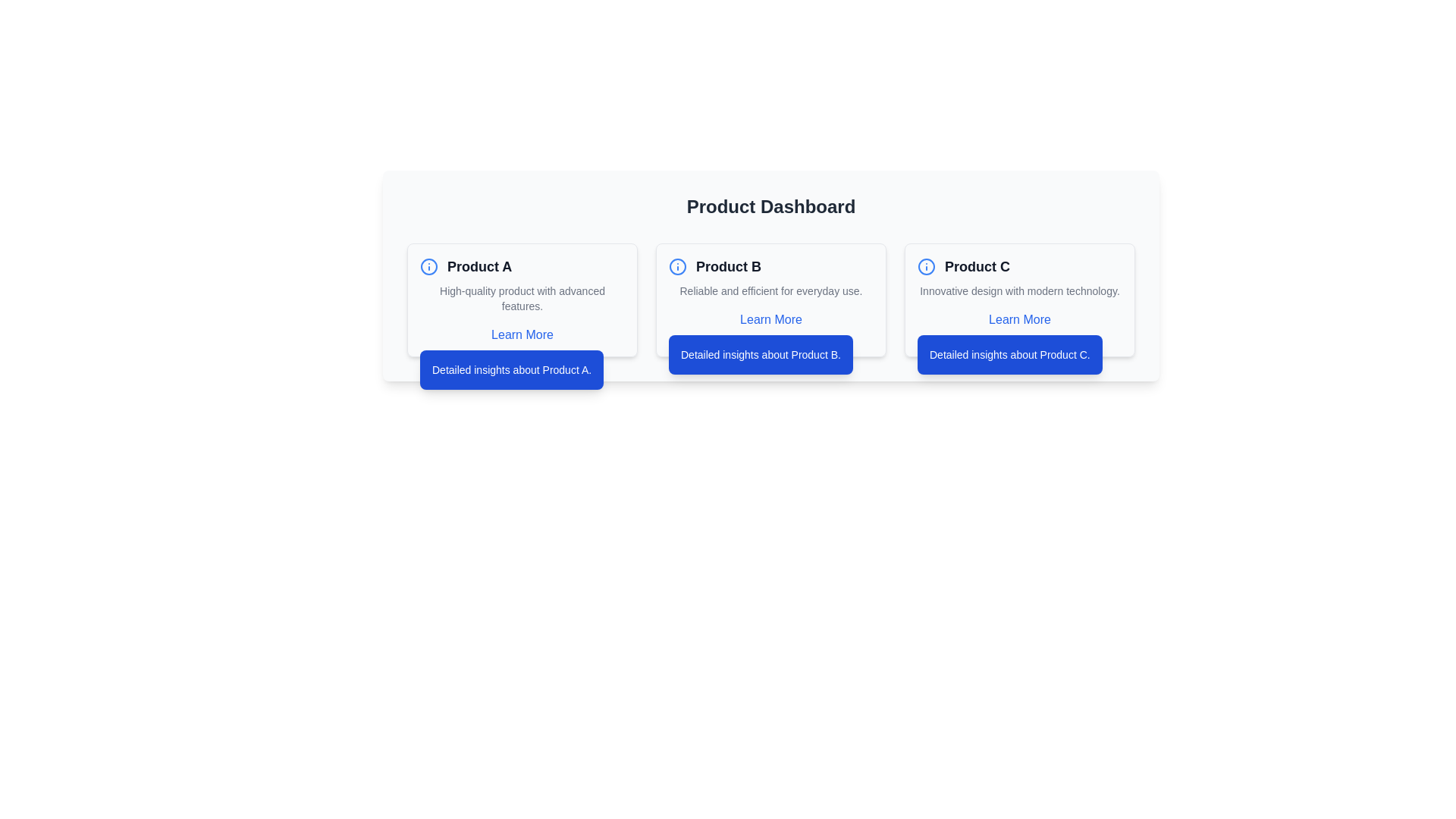 This screenshot has height=819, width=1456. What do you see at coordinates (728, 265) in the screenshot?
I see `text label displaying 'Product B' which is in bold, large font, located in the center card of a horizontally aligned collection` at bounding box center [728, 265].